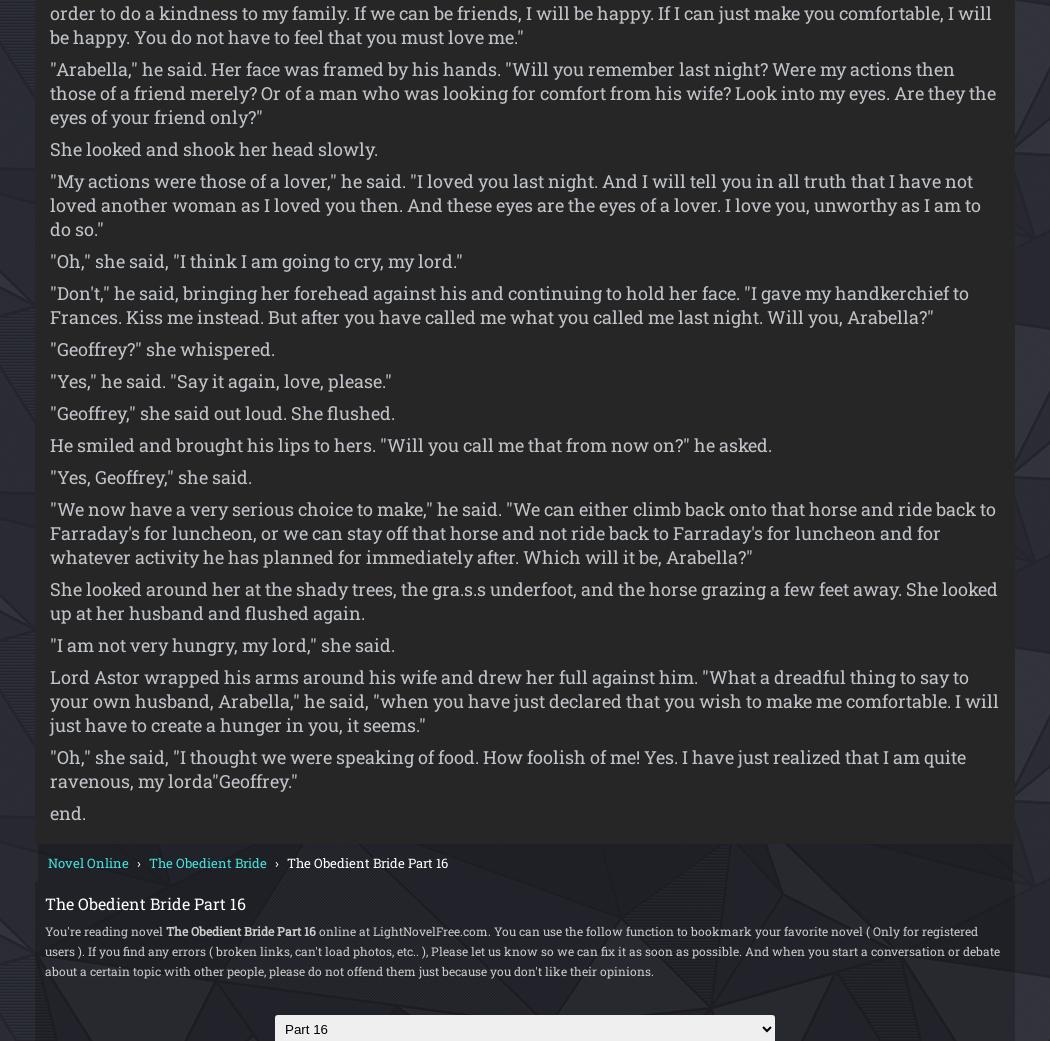 The image size is (1050, 1041). Describe the element at coordinates (221, 642) in the screenshot. I see `'"I am not very hungry, my lord," she said.'` at that location.